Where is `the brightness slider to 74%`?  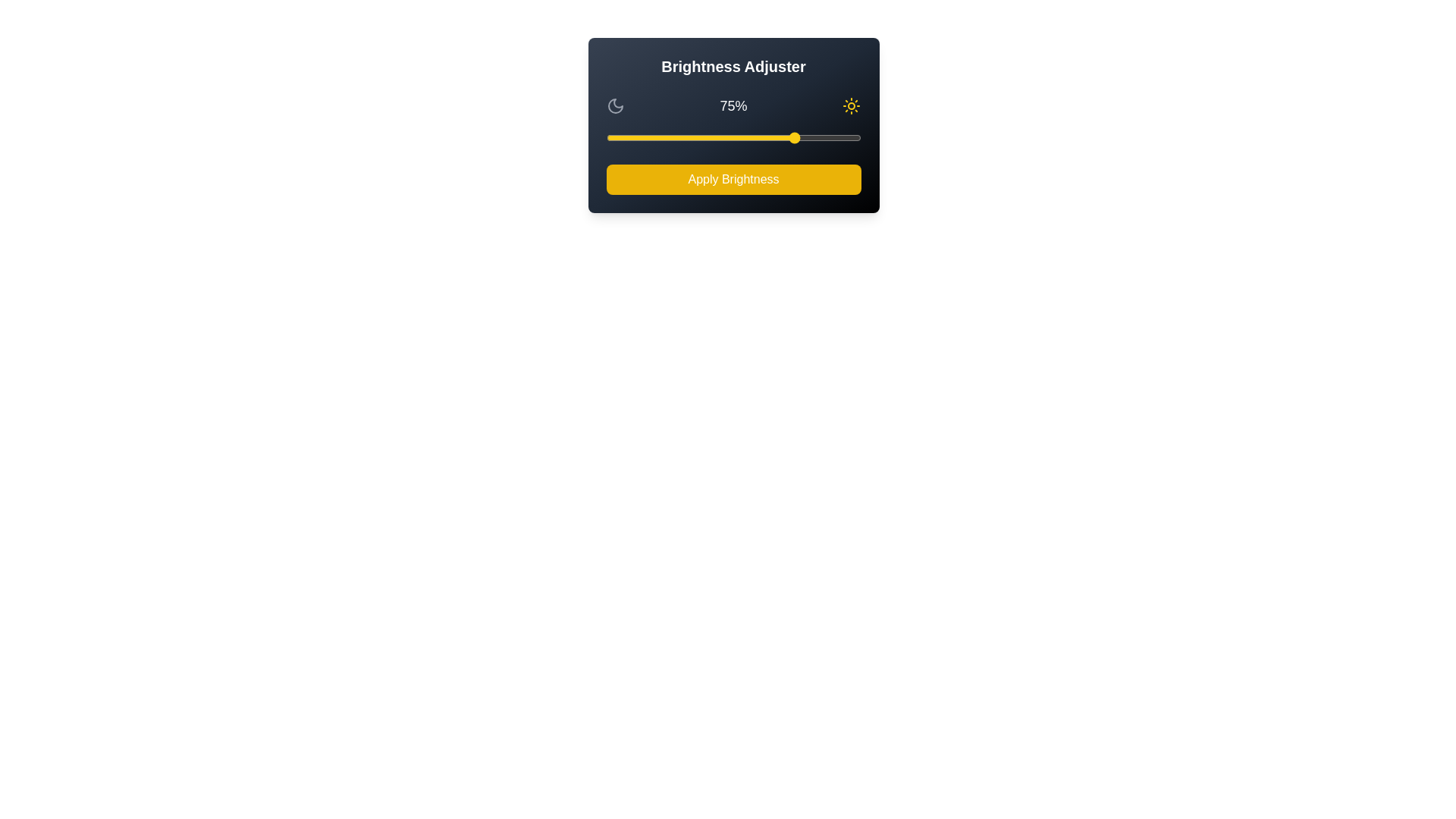 the brightness slider to 74% is located at coordinates (794, 137).